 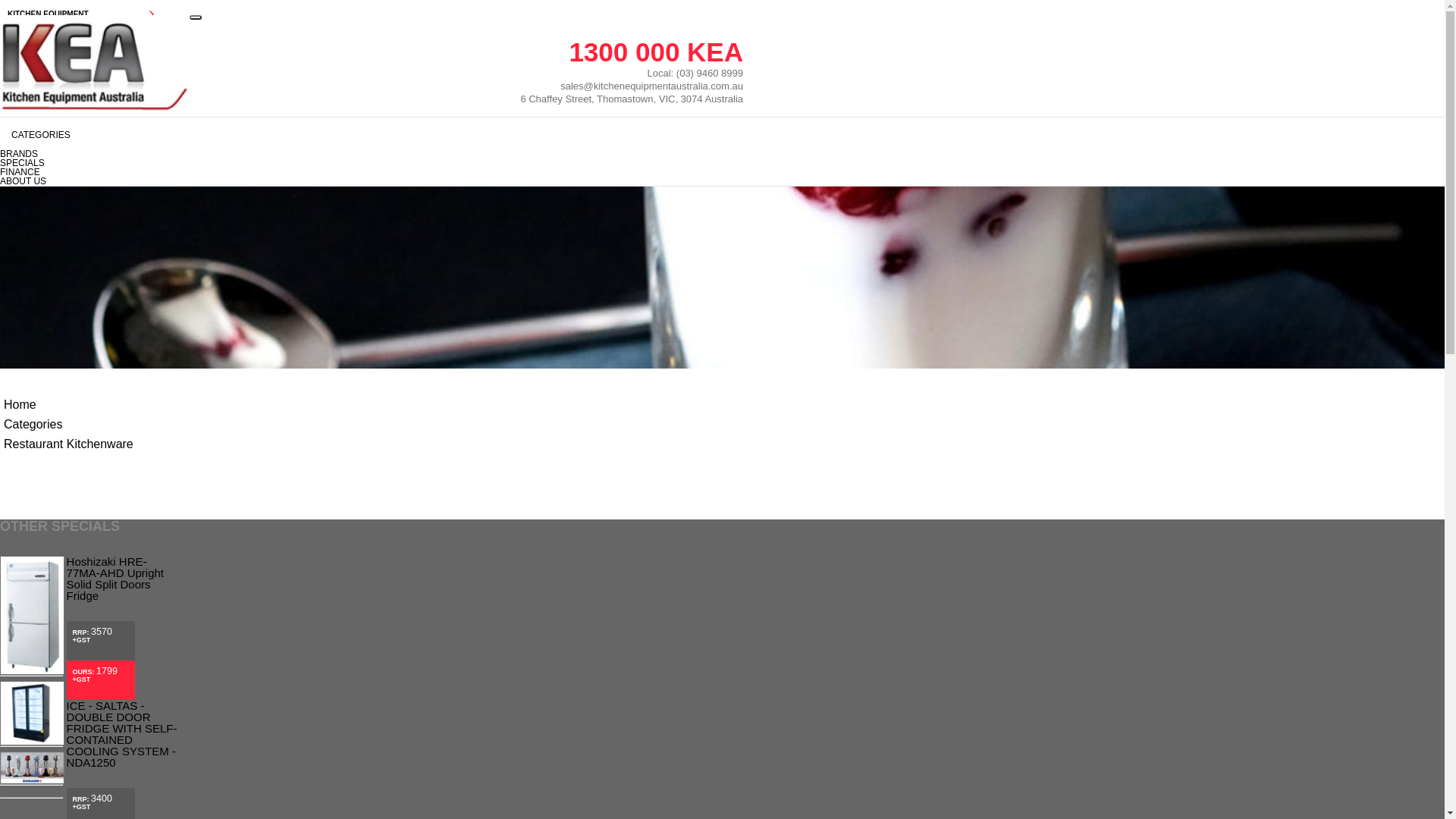 I want to click on 'BRANDS', so click(x=0, y=576).